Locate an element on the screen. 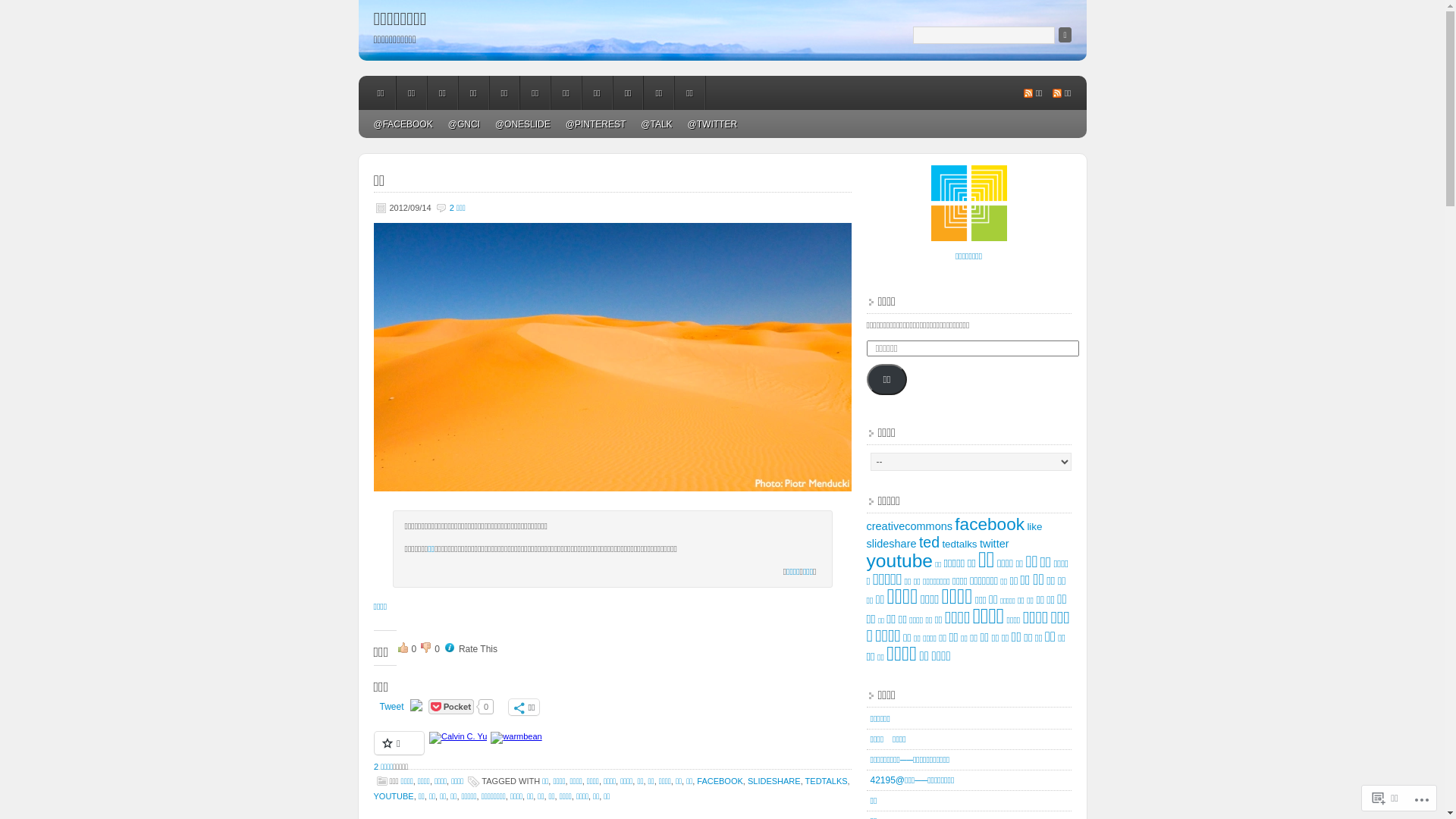 This screenshot has width=1456, height=819. 'twitter' is located at coordinates (994, 543).